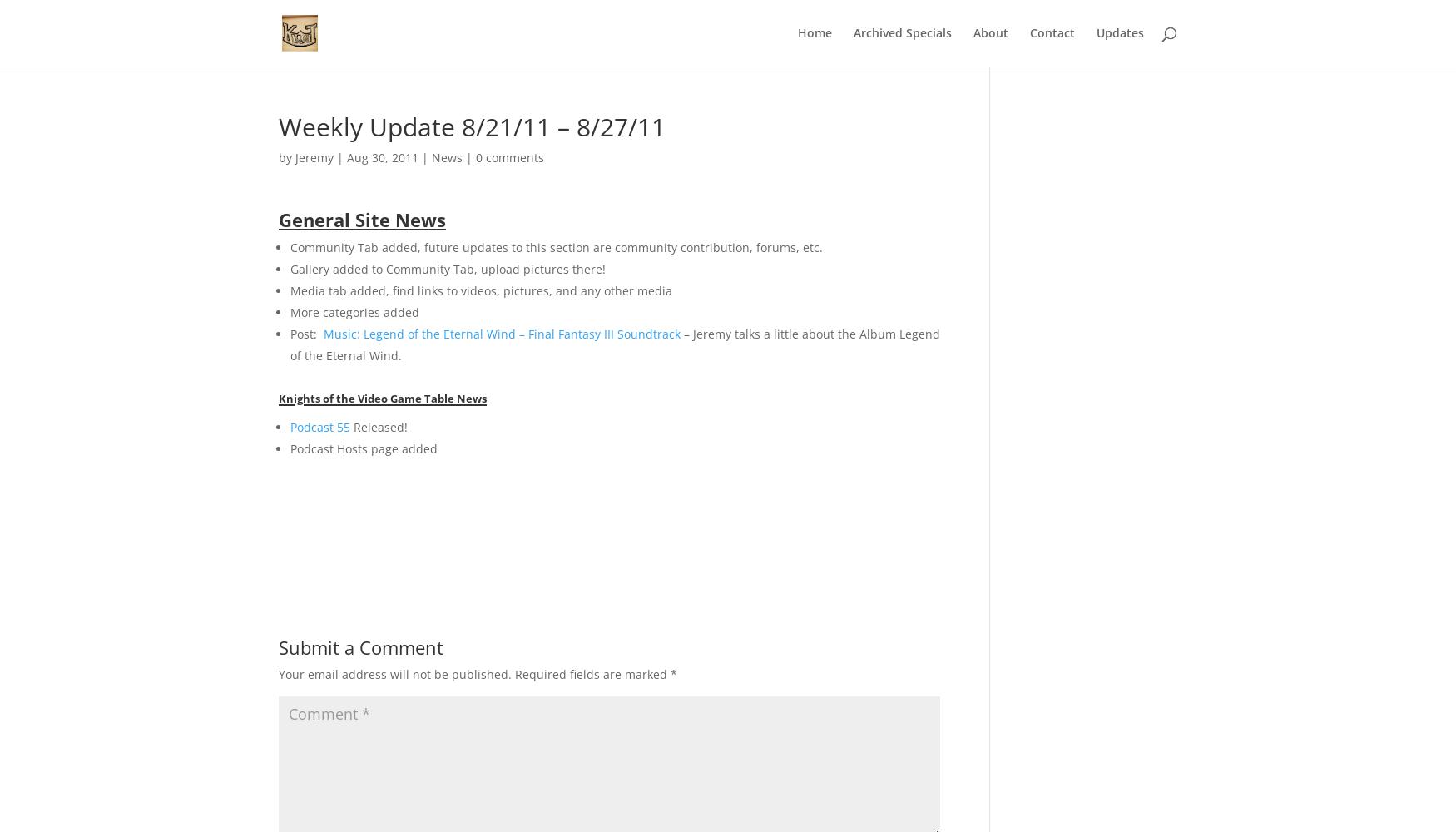 The width and height of the screenshot is (1456, 832). Describe the element at coordinates (446, 156) in the screenshot. I see `'News'` at that location.